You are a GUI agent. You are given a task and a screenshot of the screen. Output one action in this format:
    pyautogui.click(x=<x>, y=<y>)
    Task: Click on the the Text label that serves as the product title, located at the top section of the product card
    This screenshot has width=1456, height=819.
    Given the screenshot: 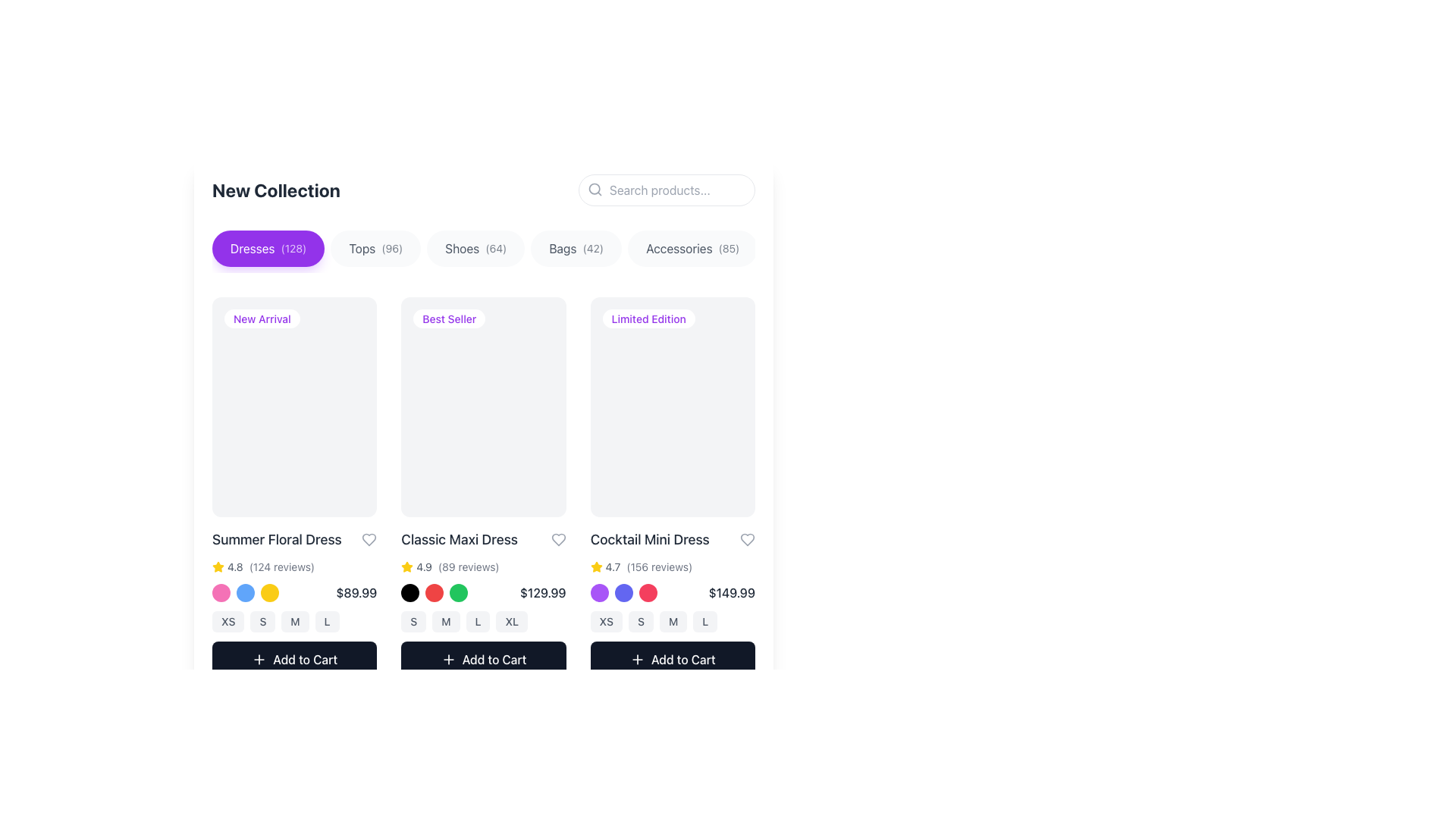 What is the action you would take?
    pyautogui.click(x=672, y=538)
    